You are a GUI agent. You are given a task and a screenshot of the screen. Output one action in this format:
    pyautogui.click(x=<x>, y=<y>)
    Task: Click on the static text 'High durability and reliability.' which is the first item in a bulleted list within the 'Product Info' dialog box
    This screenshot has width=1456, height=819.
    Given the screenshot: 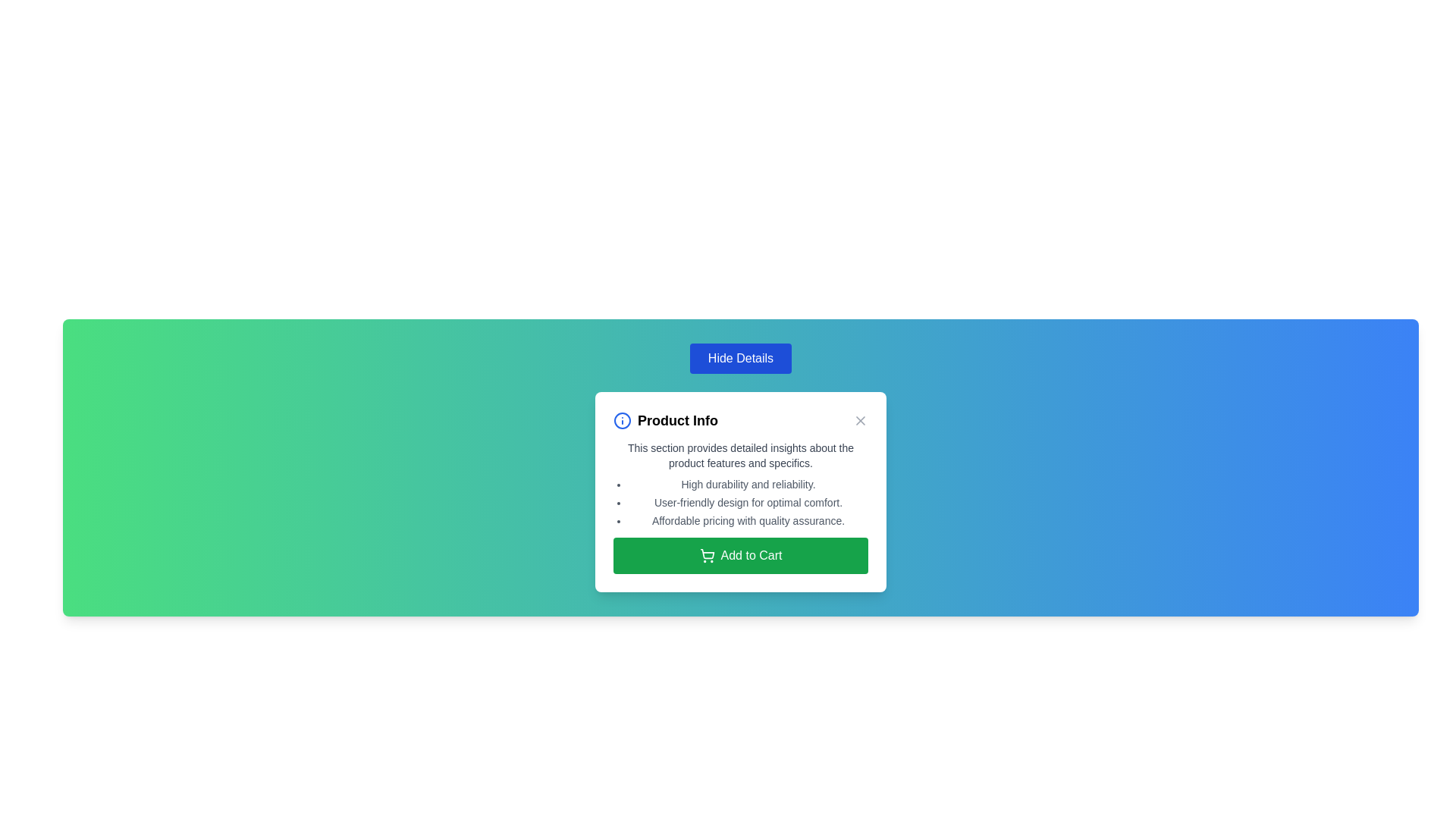 What is the action you would take?
    pyautogui.click(x=748, y=485)
    